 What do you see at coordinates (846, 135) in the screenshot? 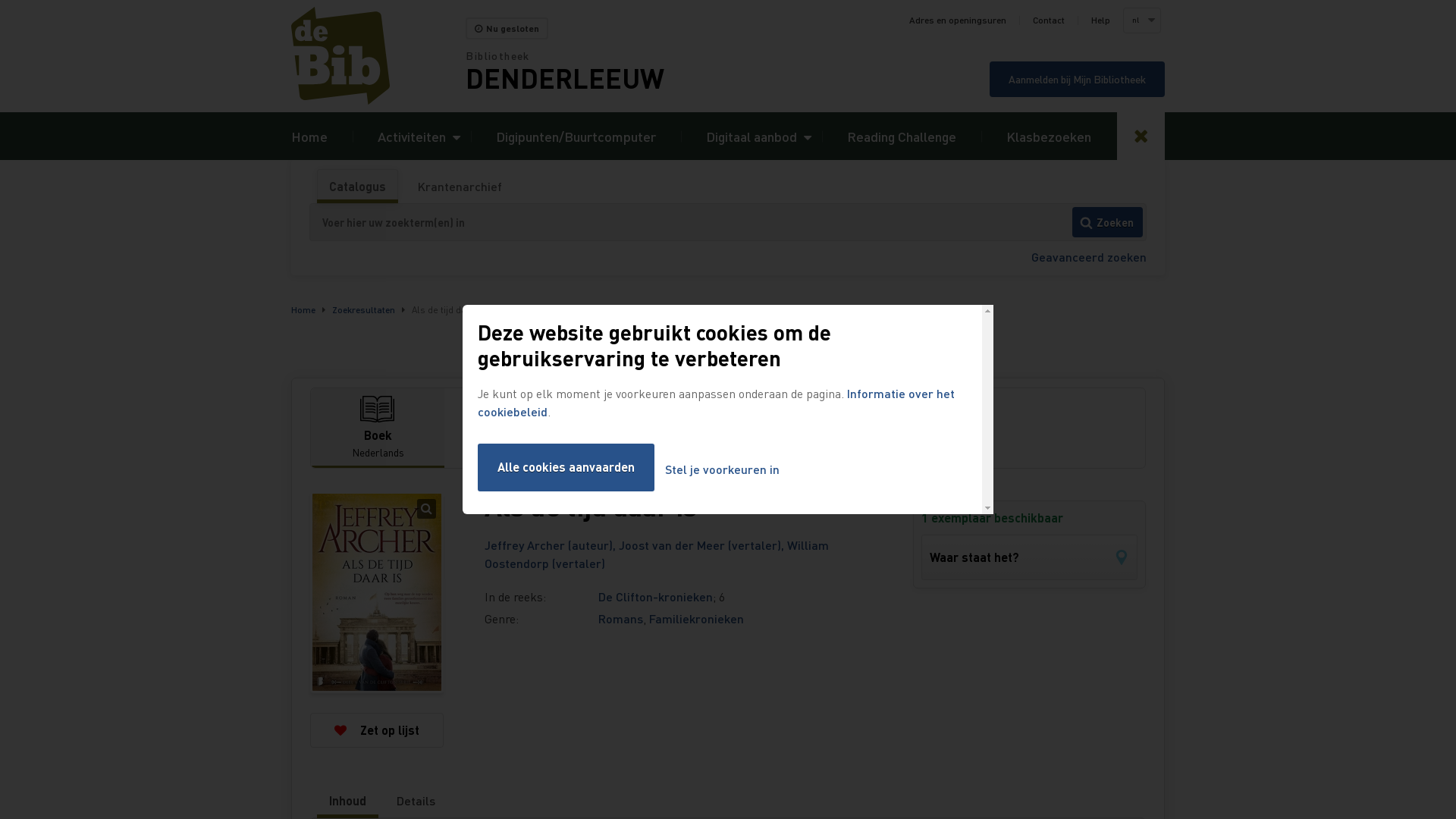
I see `'Reading Challenge'` at bounding box center [846, 135].